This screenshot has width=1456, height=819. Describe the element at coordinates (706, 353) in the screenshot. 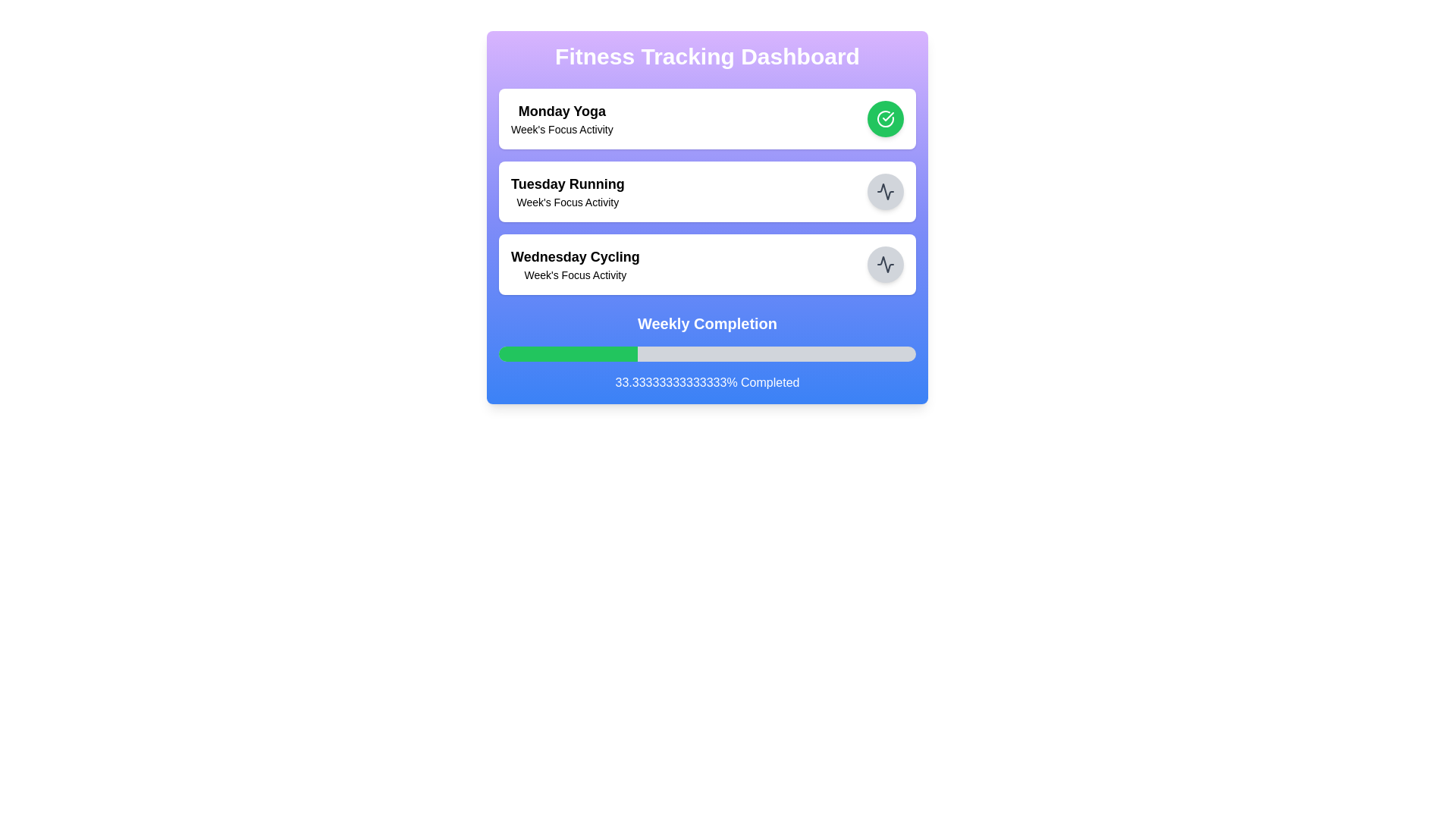

I see `the 'Weekly Completion' Progress Indicator, which features a bold title and a styled progress bar with a green filled section indicating completion` at that location.